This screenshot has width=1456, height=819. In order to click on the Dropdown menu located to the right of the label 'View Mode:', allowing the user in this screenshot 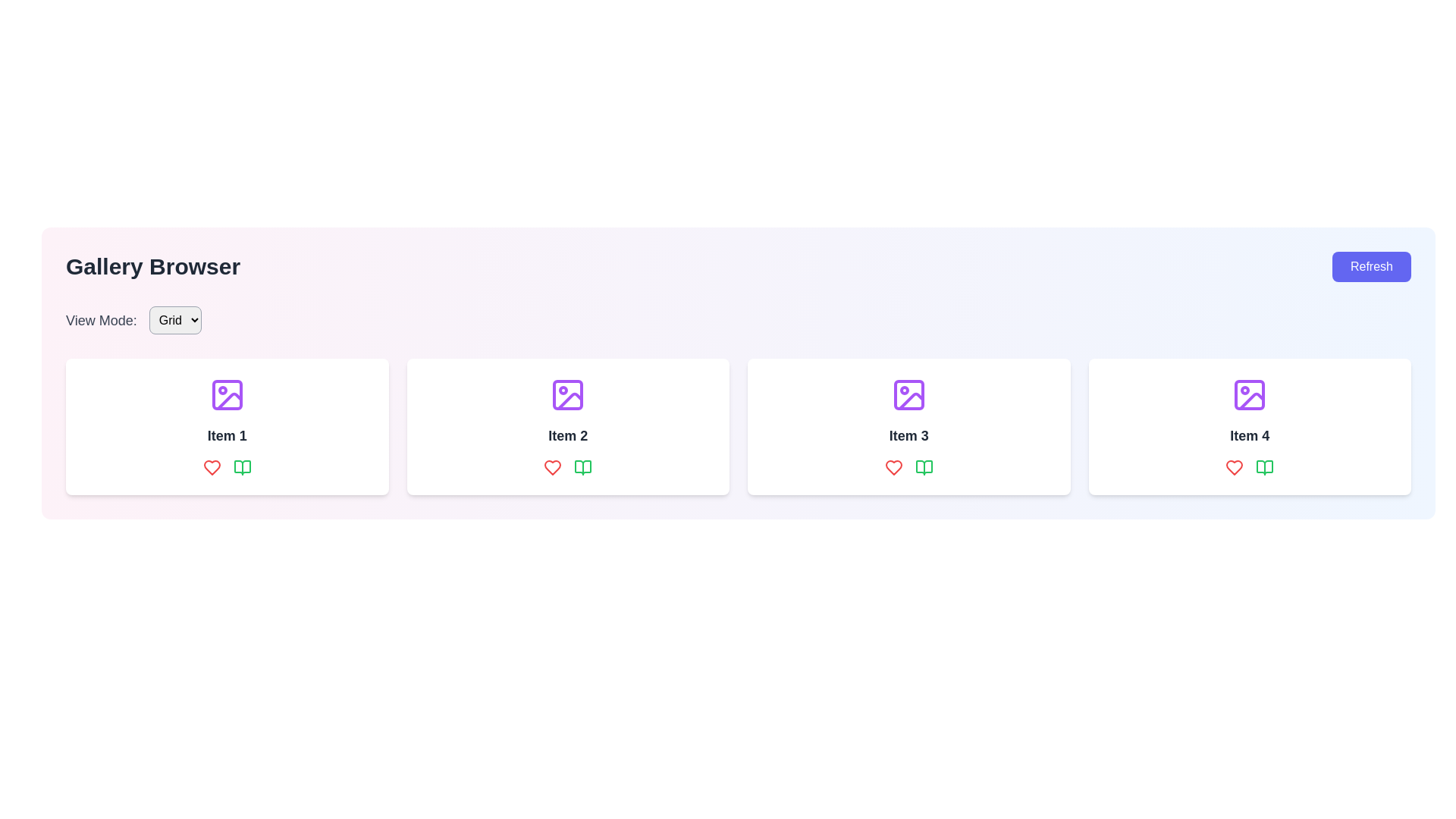, I will do `click(175, 319)`.